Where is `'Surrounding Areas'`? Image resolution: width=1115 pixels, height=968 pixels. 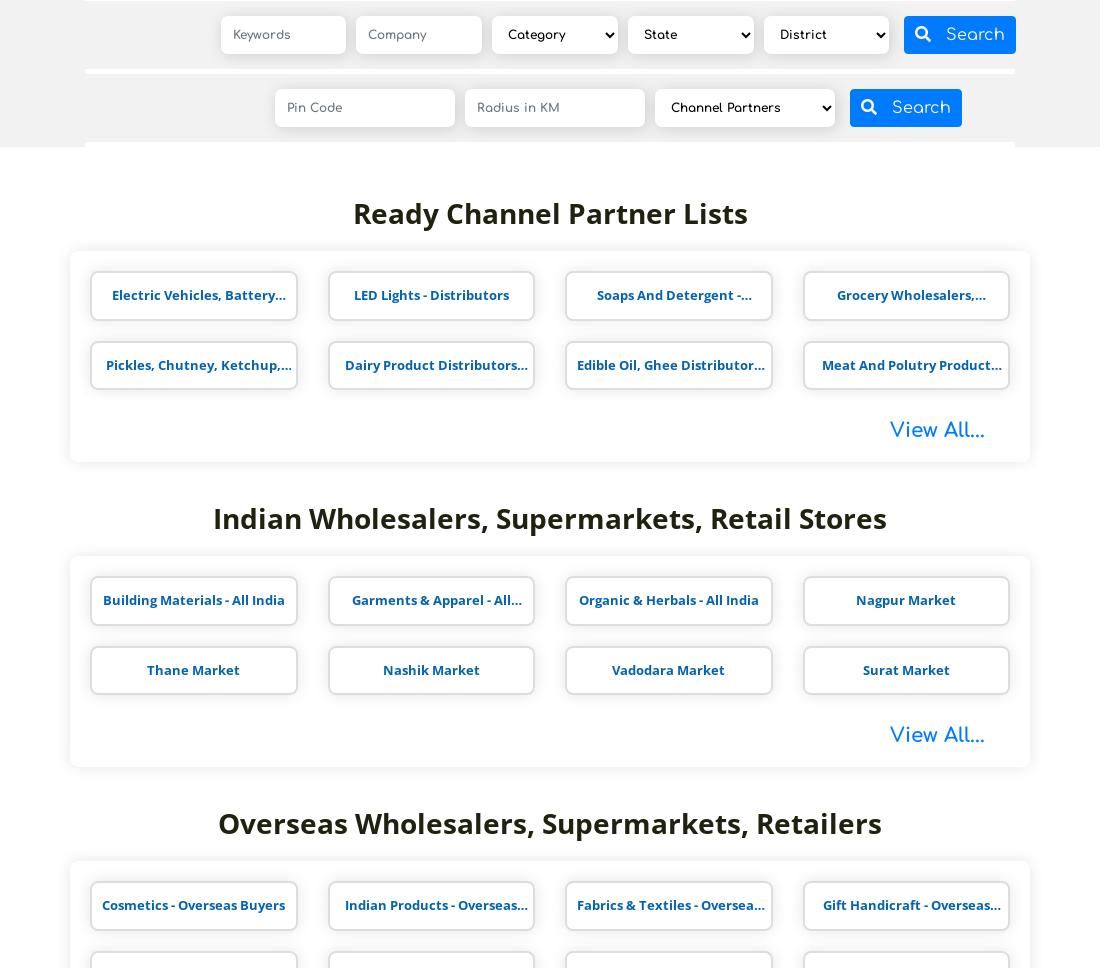
'Surrounding Areas' is located at coordinates (169, 145).